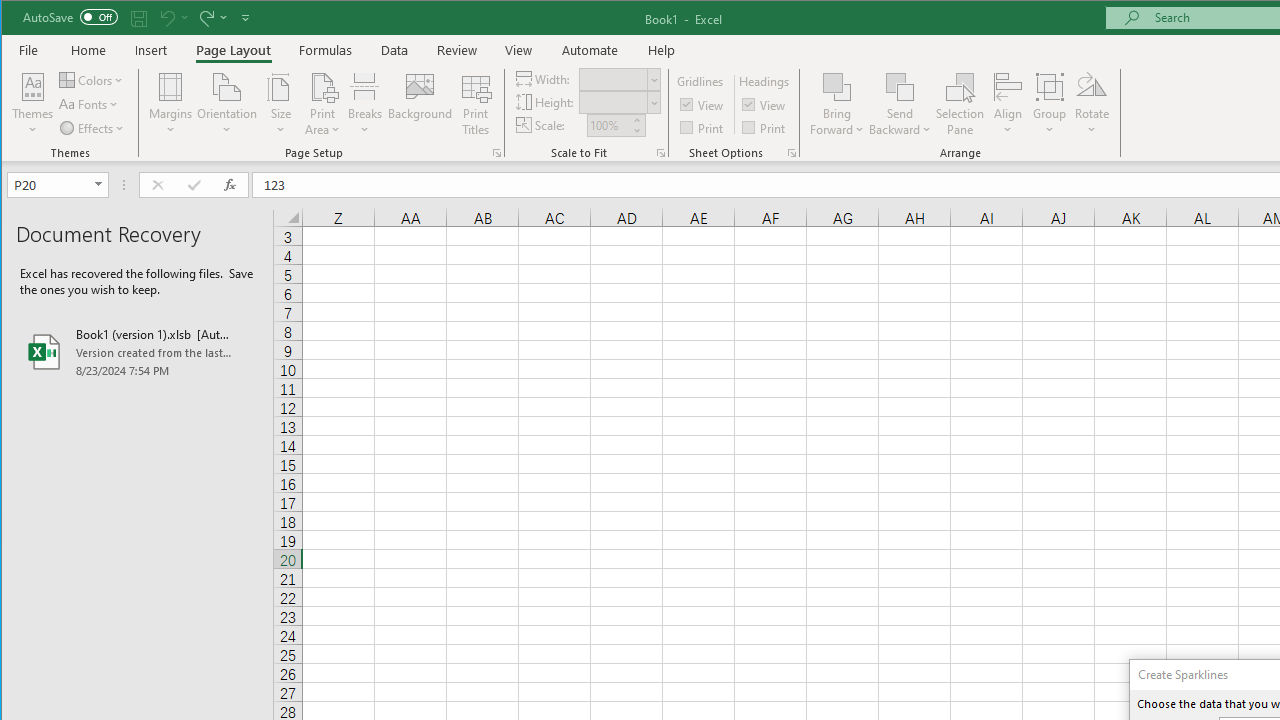  Describe the element at coordinates (89, 104) in the screenshot. I see `'Fonts'` at that location.